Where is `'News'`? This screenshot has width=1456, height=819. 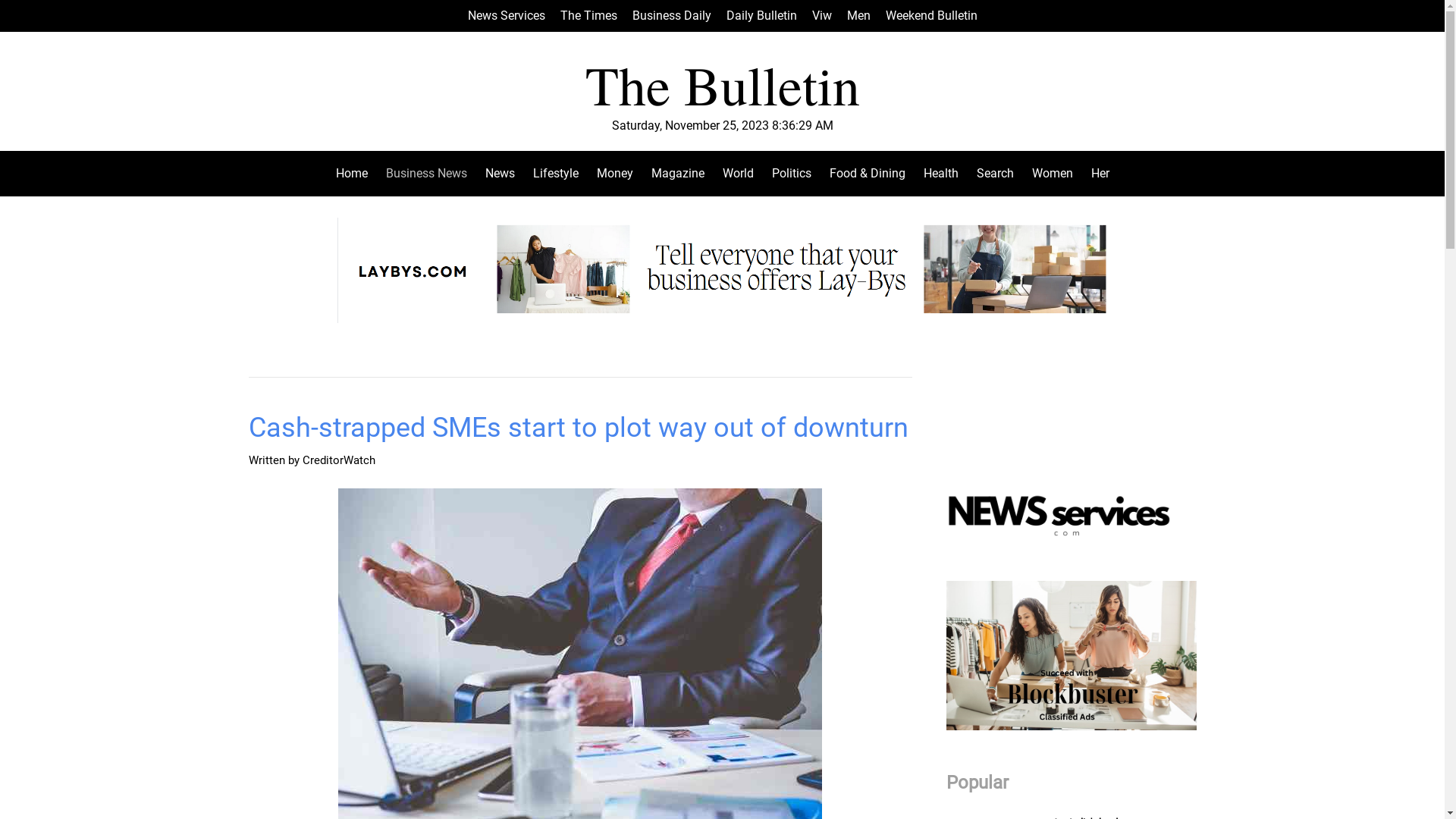 'News' is located at coordinates (475, 172).